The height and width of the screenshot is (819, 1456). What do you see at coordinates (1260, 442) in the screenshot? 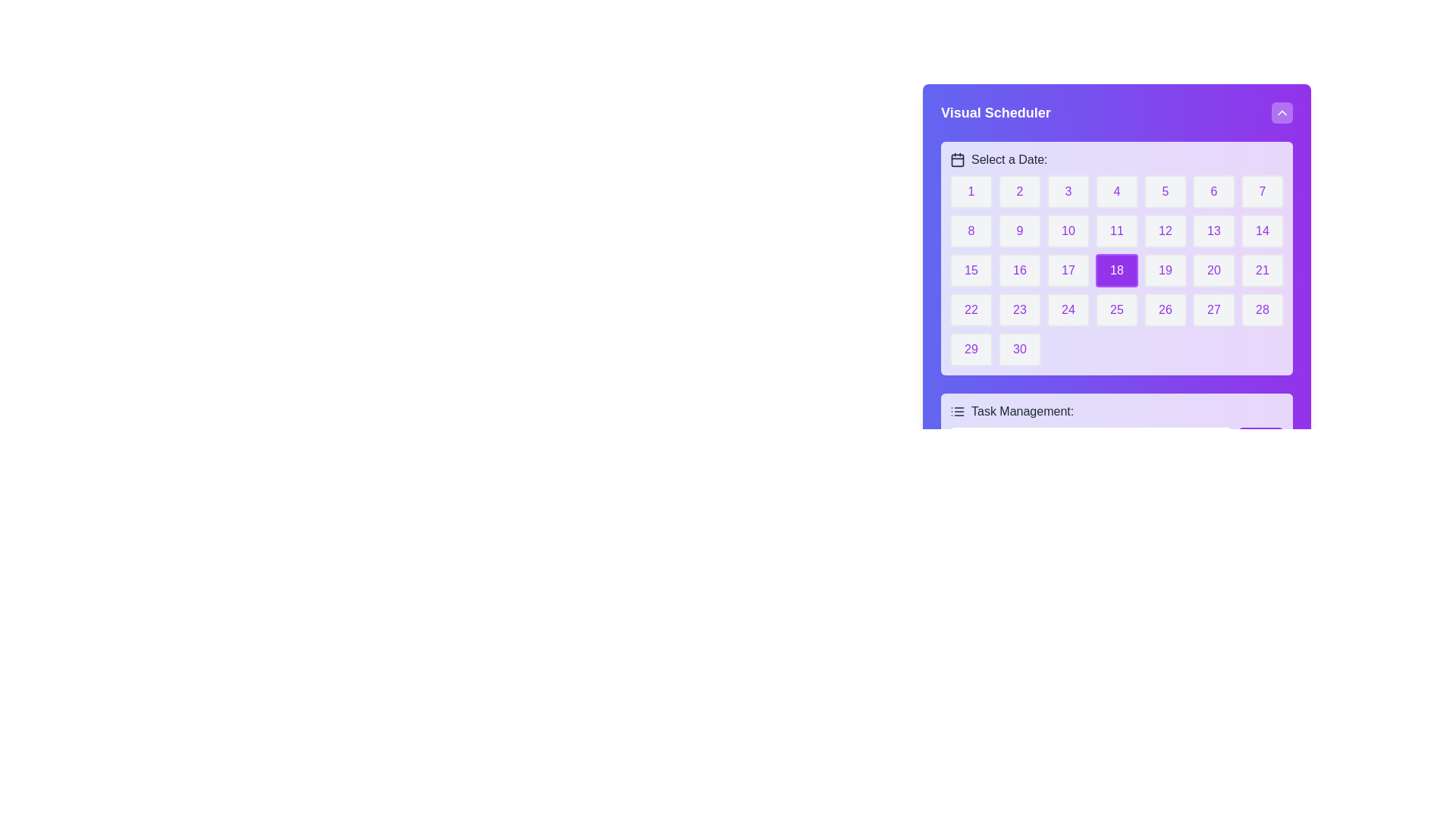
I see `the button for adding a new task located near the bottom right section of the interface` at bounding box center [1260, 442].